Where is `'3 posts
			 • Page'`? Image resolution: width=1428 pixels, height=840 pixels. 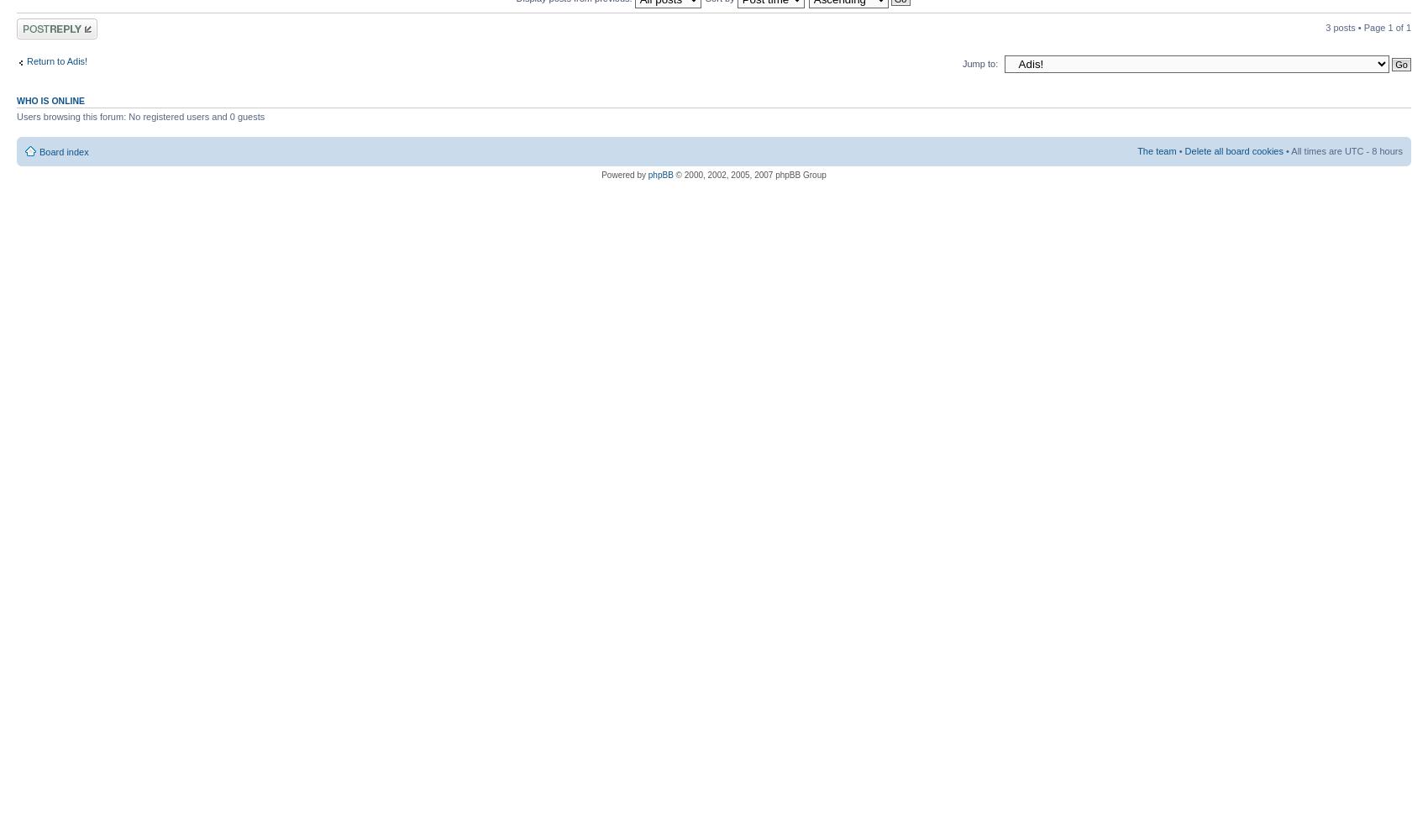
'3 posts
			 • Page' is located at coordinates (1356, 27).